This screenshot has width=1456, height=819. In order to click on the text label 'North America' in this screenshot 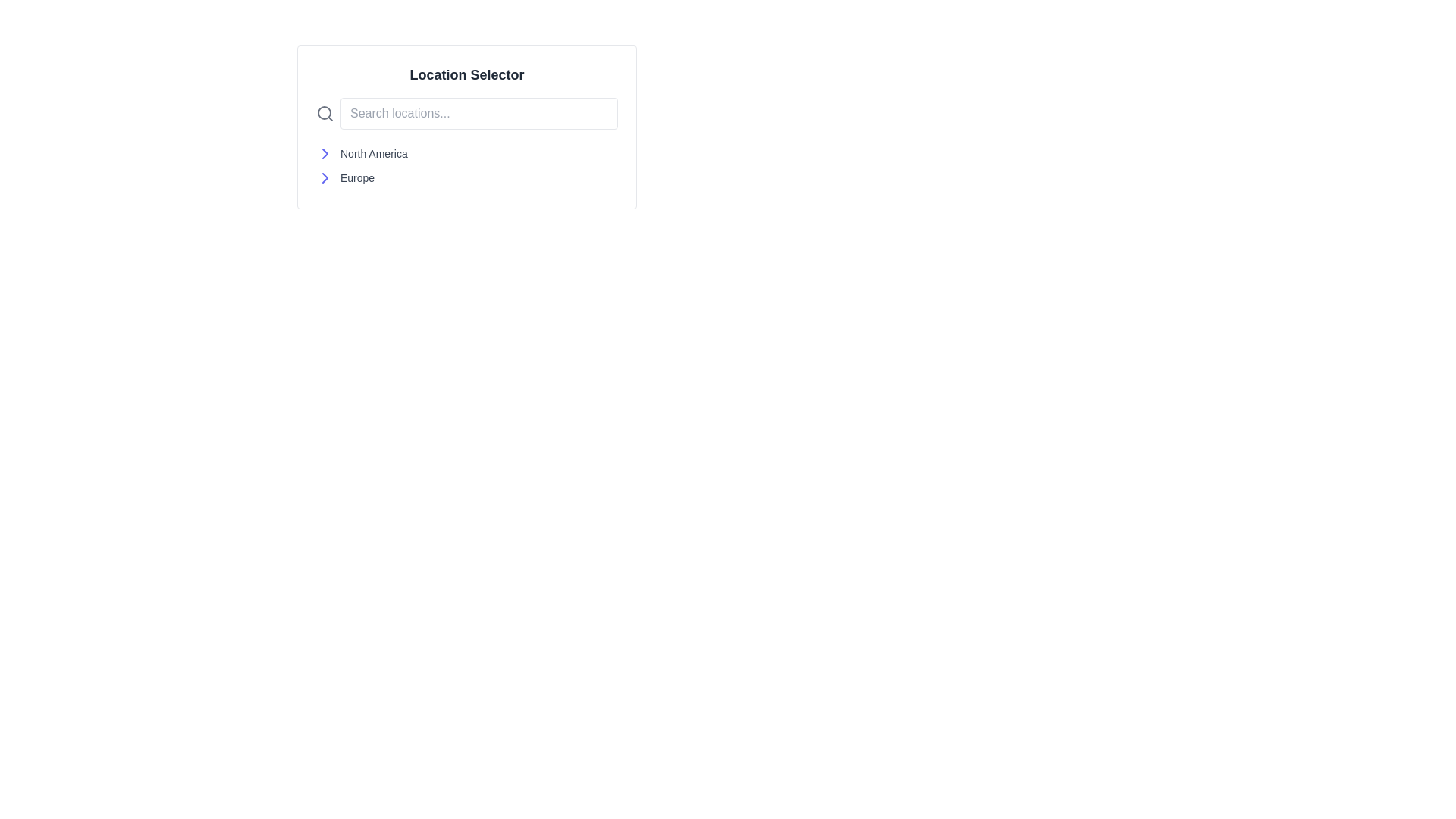, I will do `click(374, 154)`.